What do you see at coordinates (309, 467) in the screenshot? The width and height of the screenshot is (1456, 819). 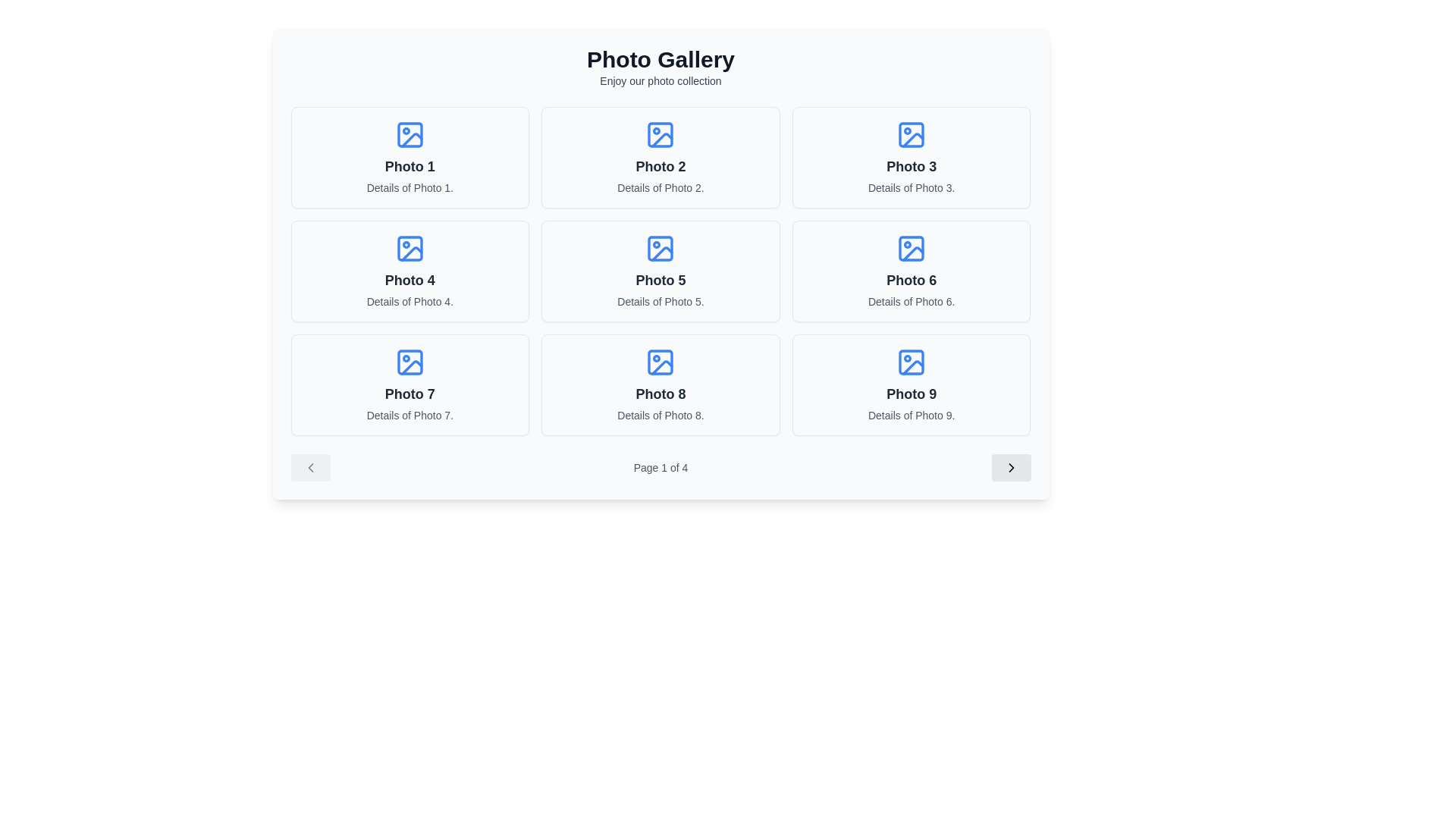 I see `the arrow icon button located at the lower left of the interface` at bounding box center [309, 467].